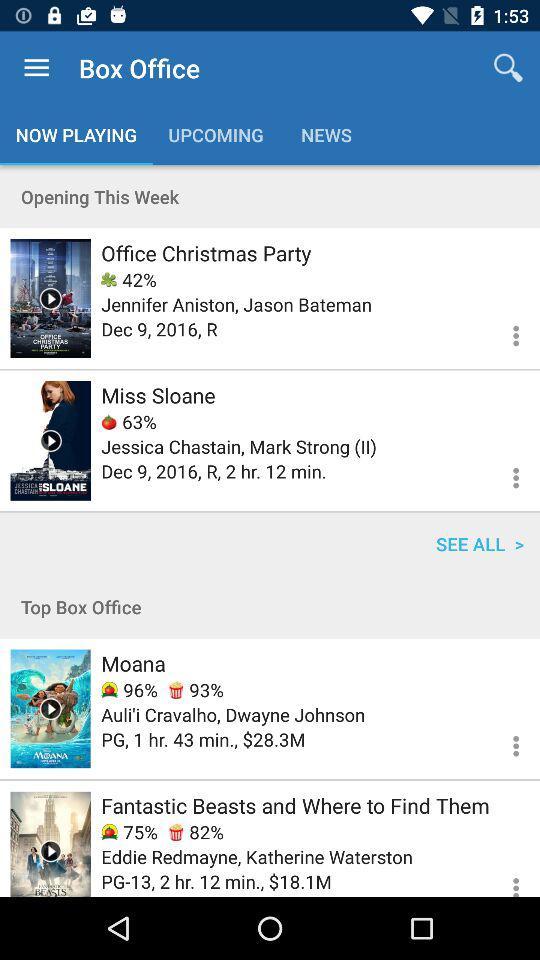 The height and width of the screenshot is (960, 540). What do you see at coordinates (503, 475) in the screenshot?
I see `movie options` at bounding box center [503, 475].